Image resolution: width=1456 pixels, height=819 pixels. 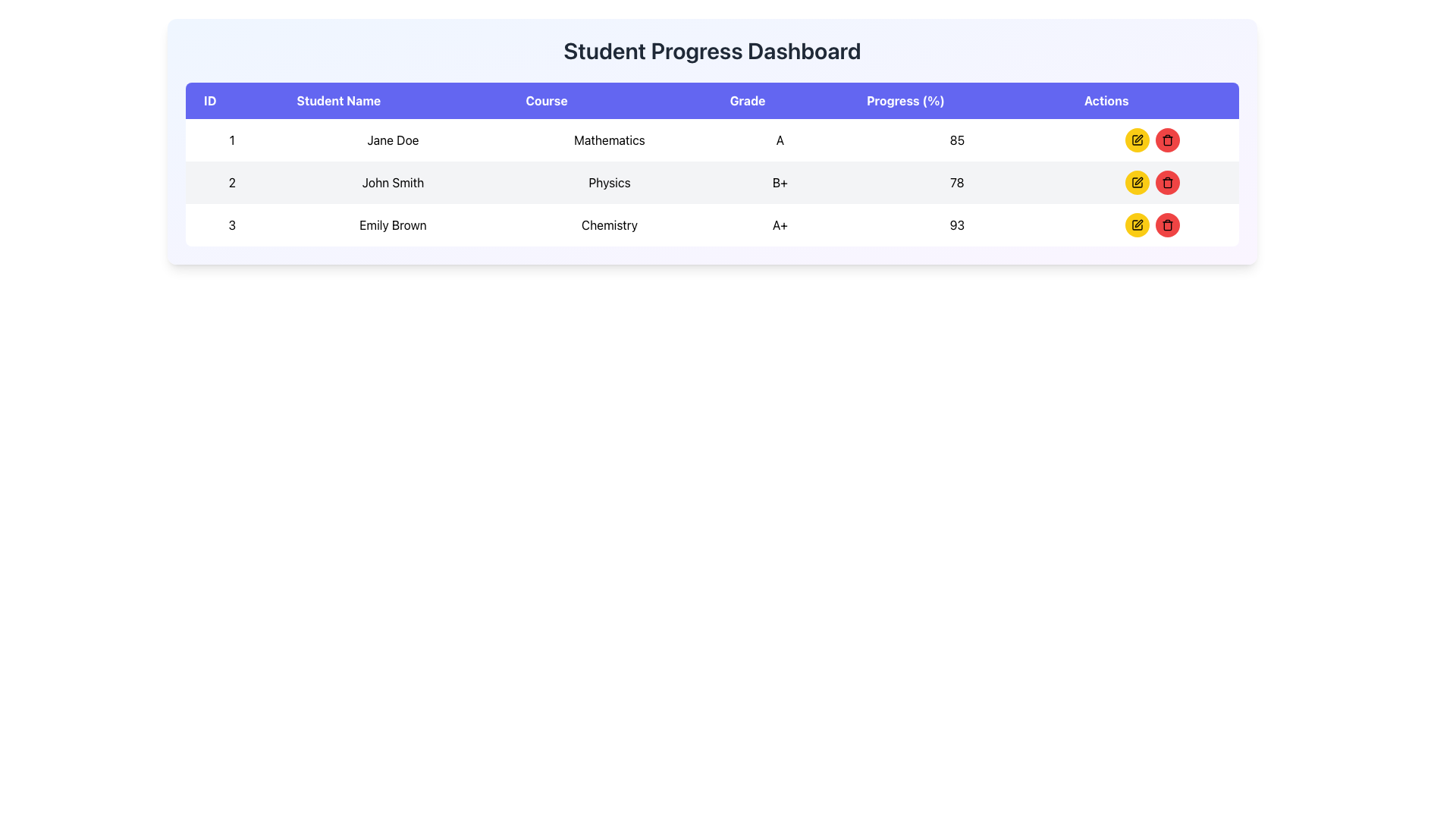 I want to click on the delete icon button located in the 'Actions' column of the second row in the dashboard table, so click(x=1166, y=181).